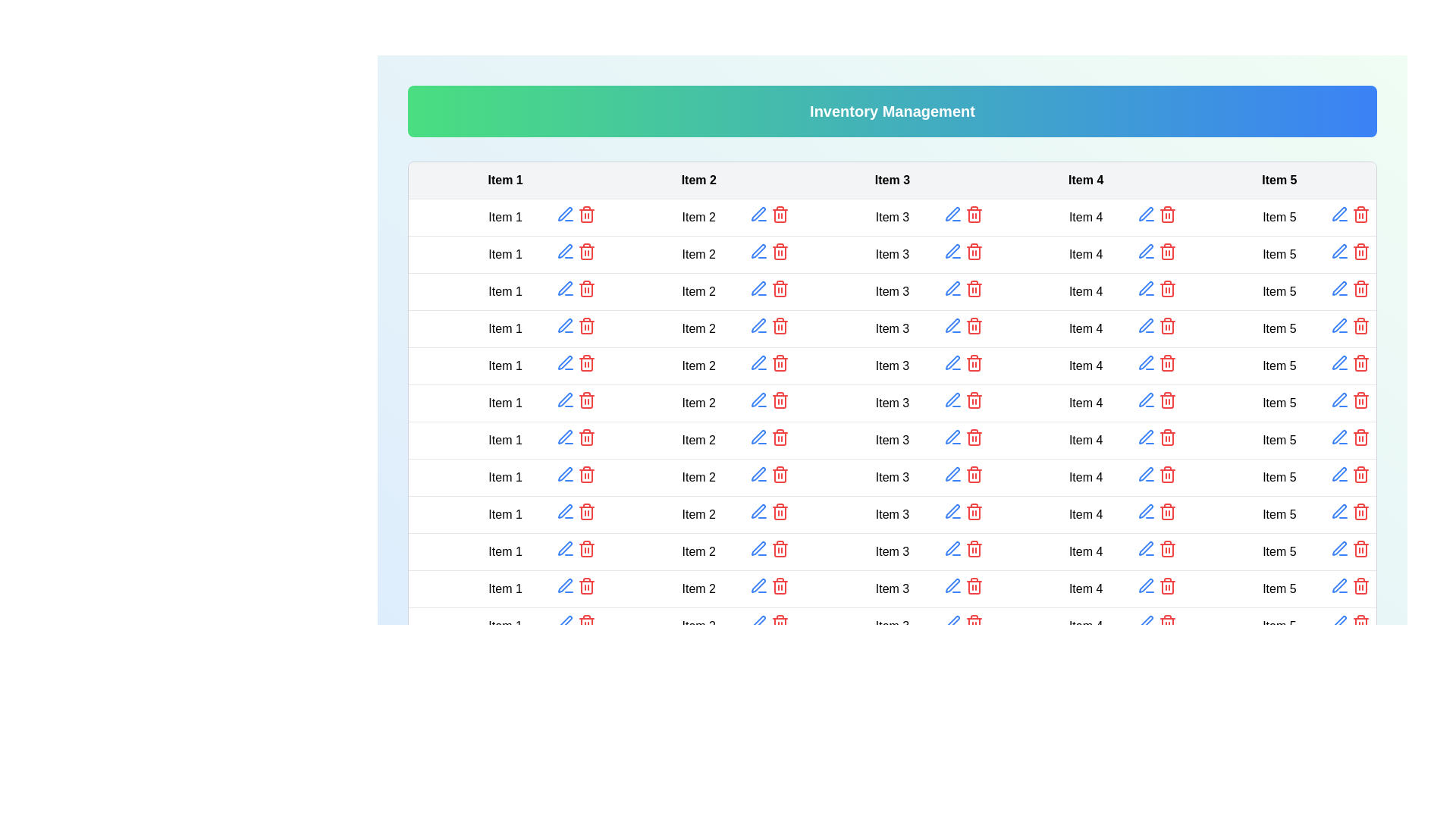 This screenshot has width=1456, height=819. What do you see at coordinates (1279, 180) in the screenshot?
I see `the table header to sort the column by Item 5` at bounding box center [1279, 180].